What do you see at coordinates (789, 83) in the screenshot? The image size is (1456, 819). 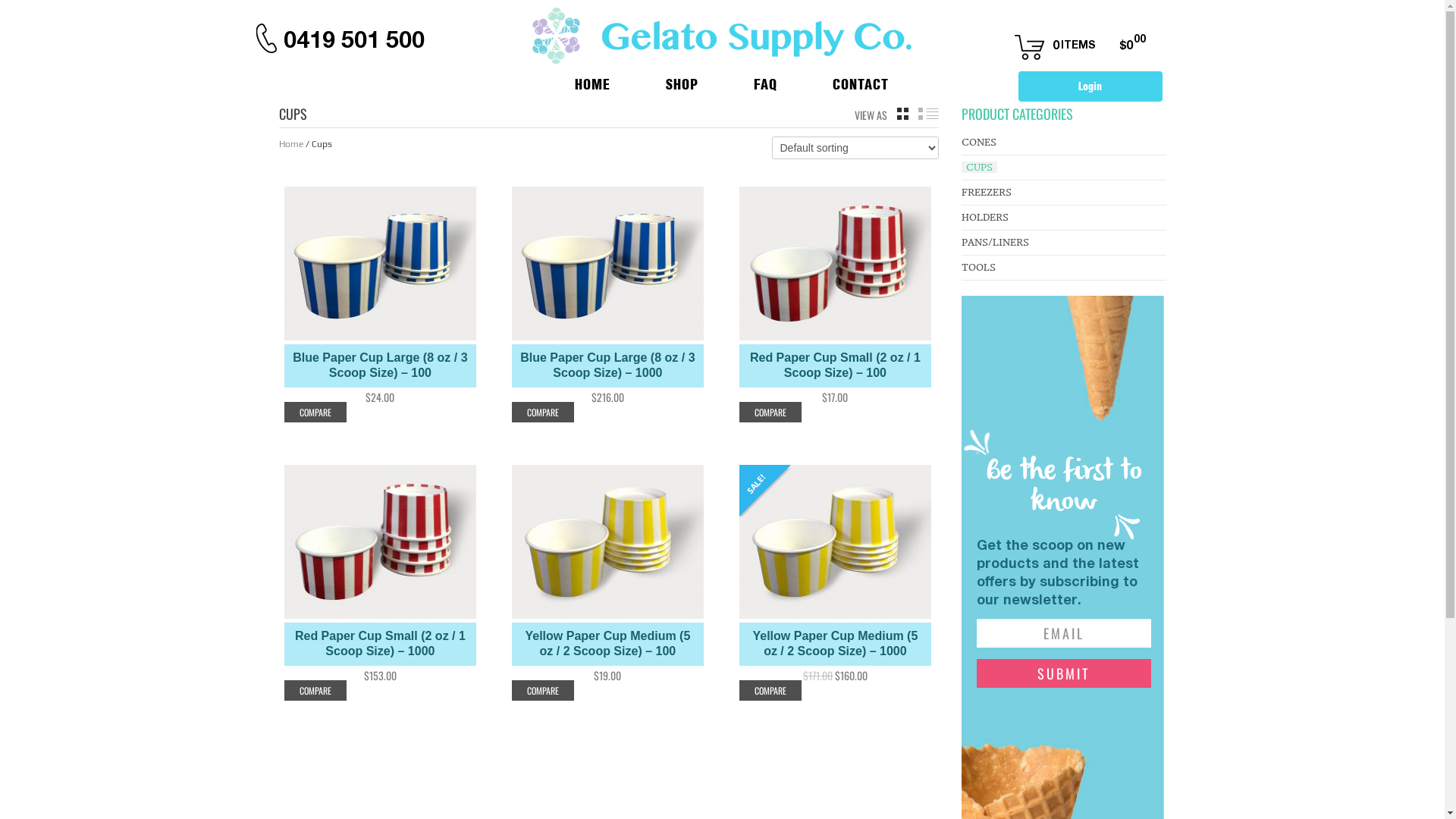 I see `'CONTACT'` at bounding box center [789, 83].